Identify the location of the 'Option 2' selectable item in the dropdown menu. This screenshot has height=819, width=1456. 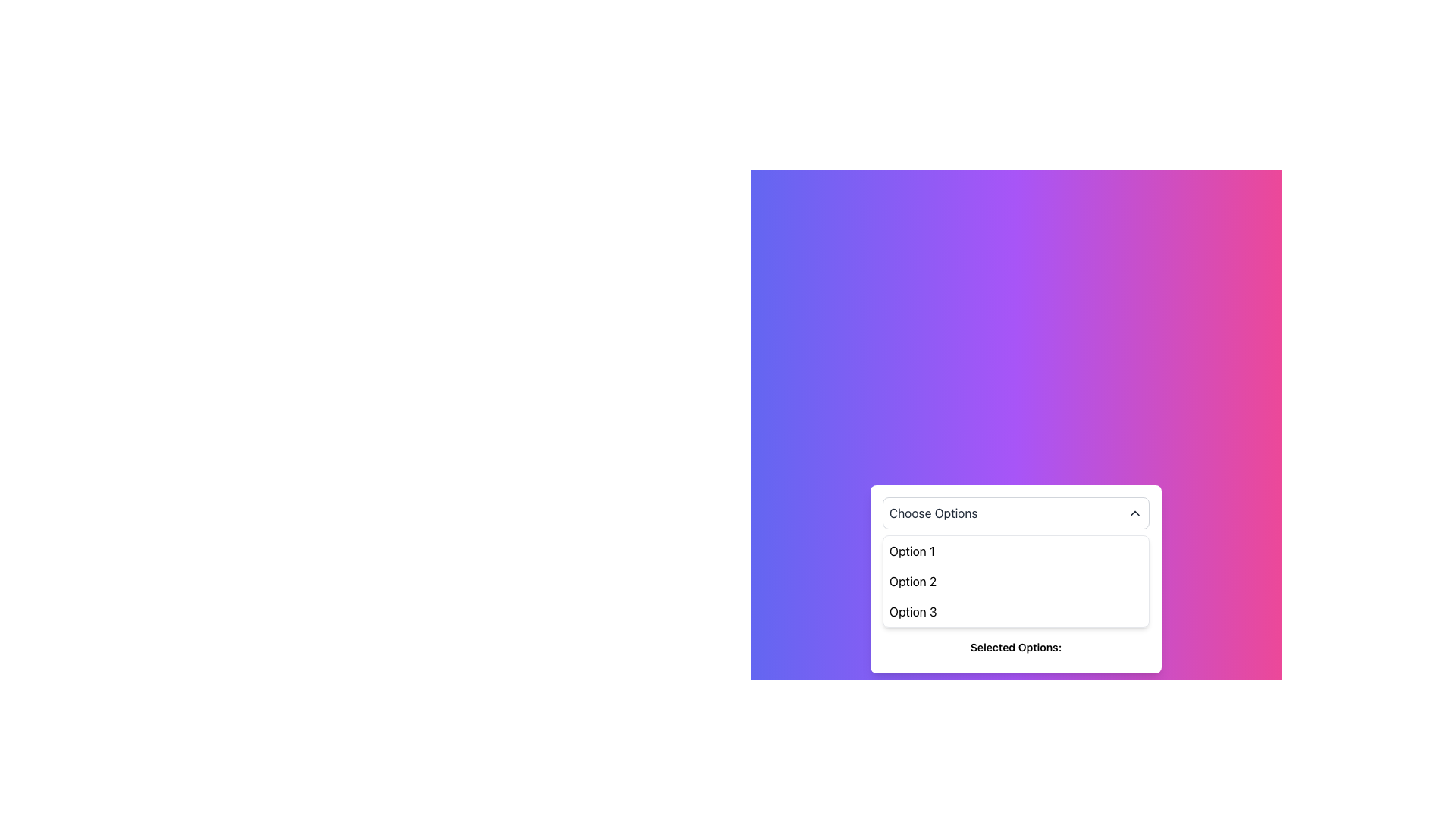
(912, 581).